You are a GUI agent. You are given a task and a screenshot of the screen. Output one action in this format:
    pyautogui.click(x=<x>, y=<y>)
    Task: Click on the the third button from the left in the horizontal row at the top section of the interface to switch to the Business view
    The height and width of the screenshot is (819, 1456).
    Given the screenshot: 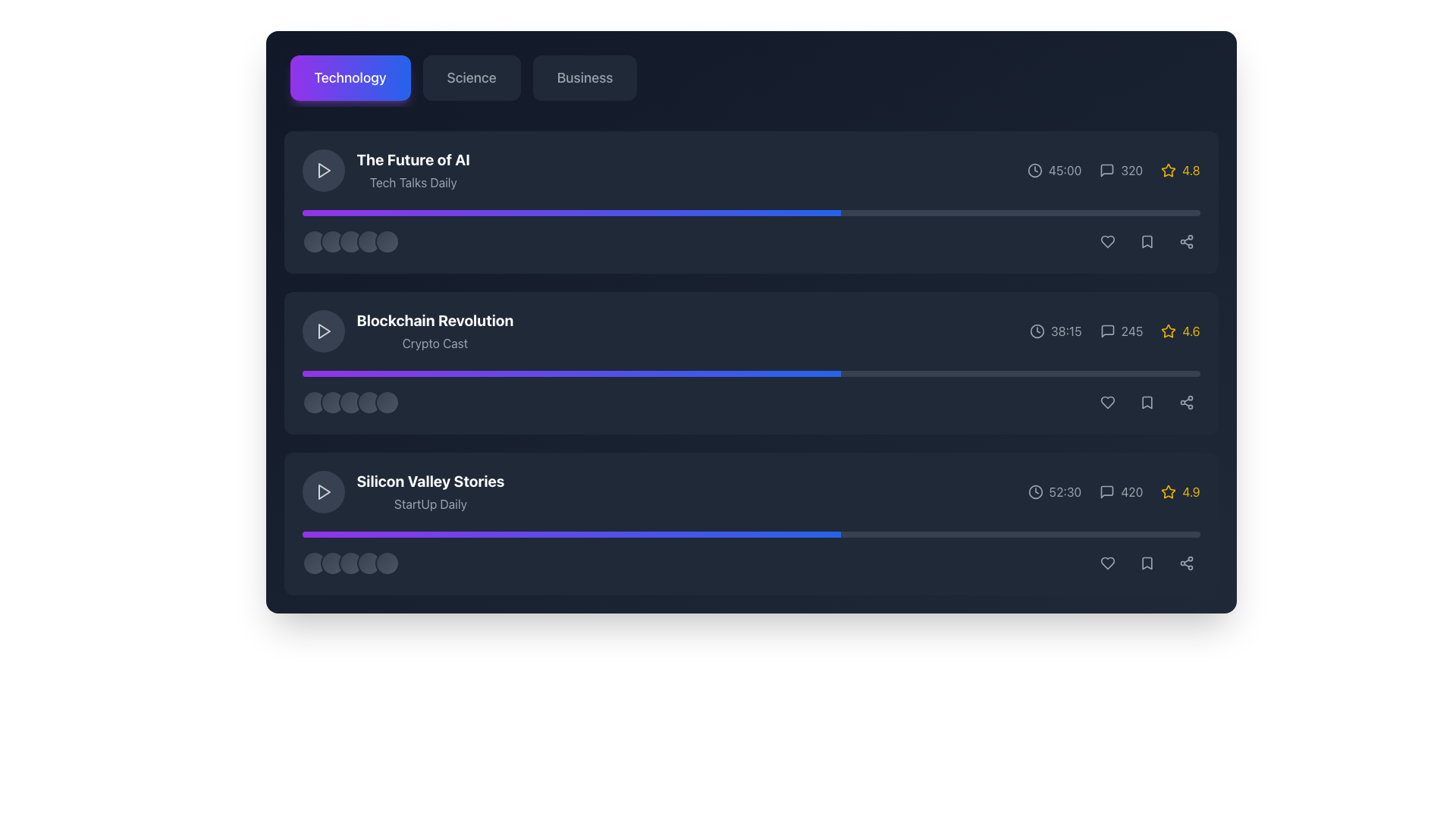 What is the action you would take?
    pyautogui.click(x=584, y=78)
    